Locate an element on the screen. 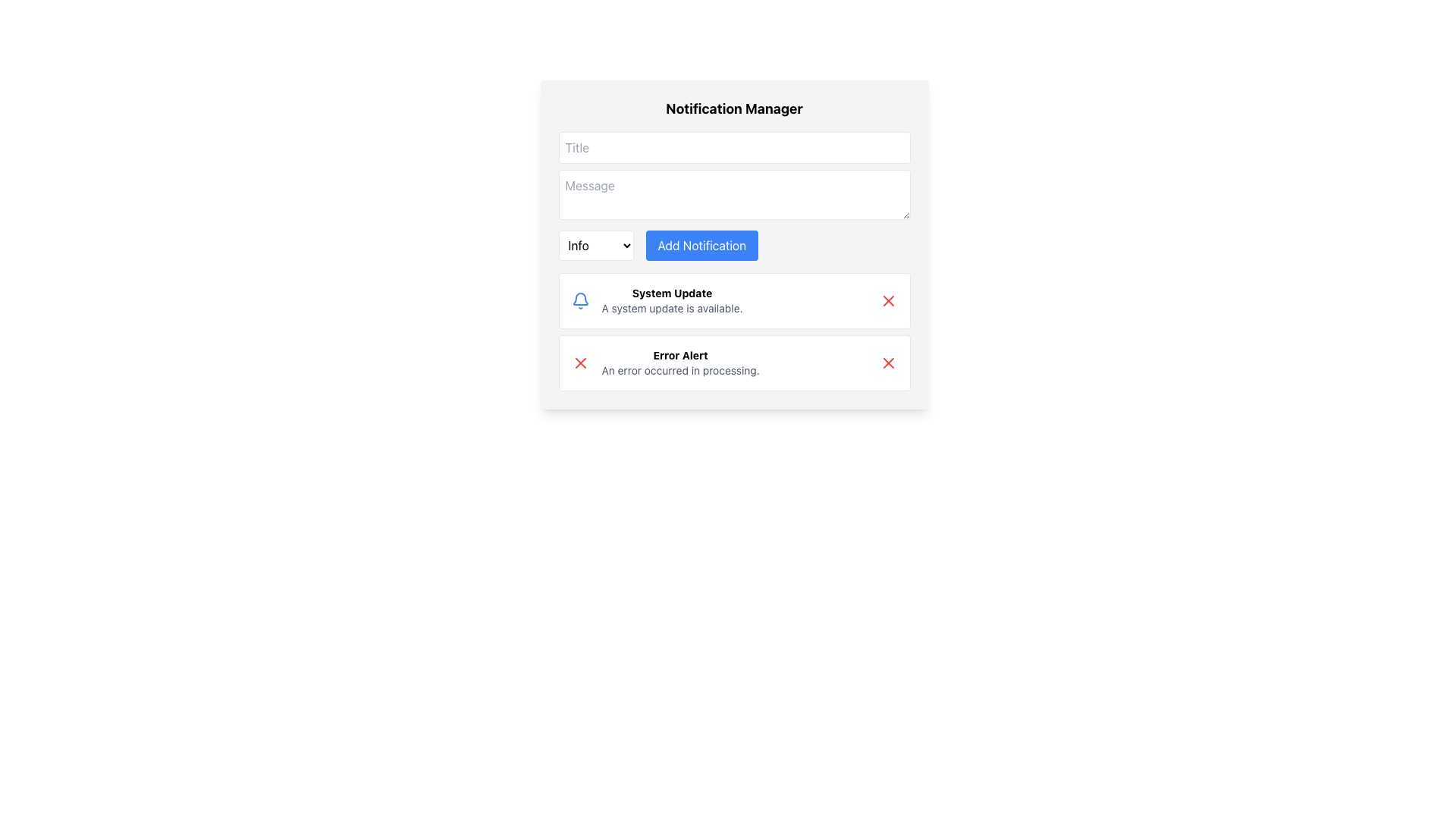 The image size is (1456, 819). the notification box indicating an error occurrence is located at coordinates (734, 362).